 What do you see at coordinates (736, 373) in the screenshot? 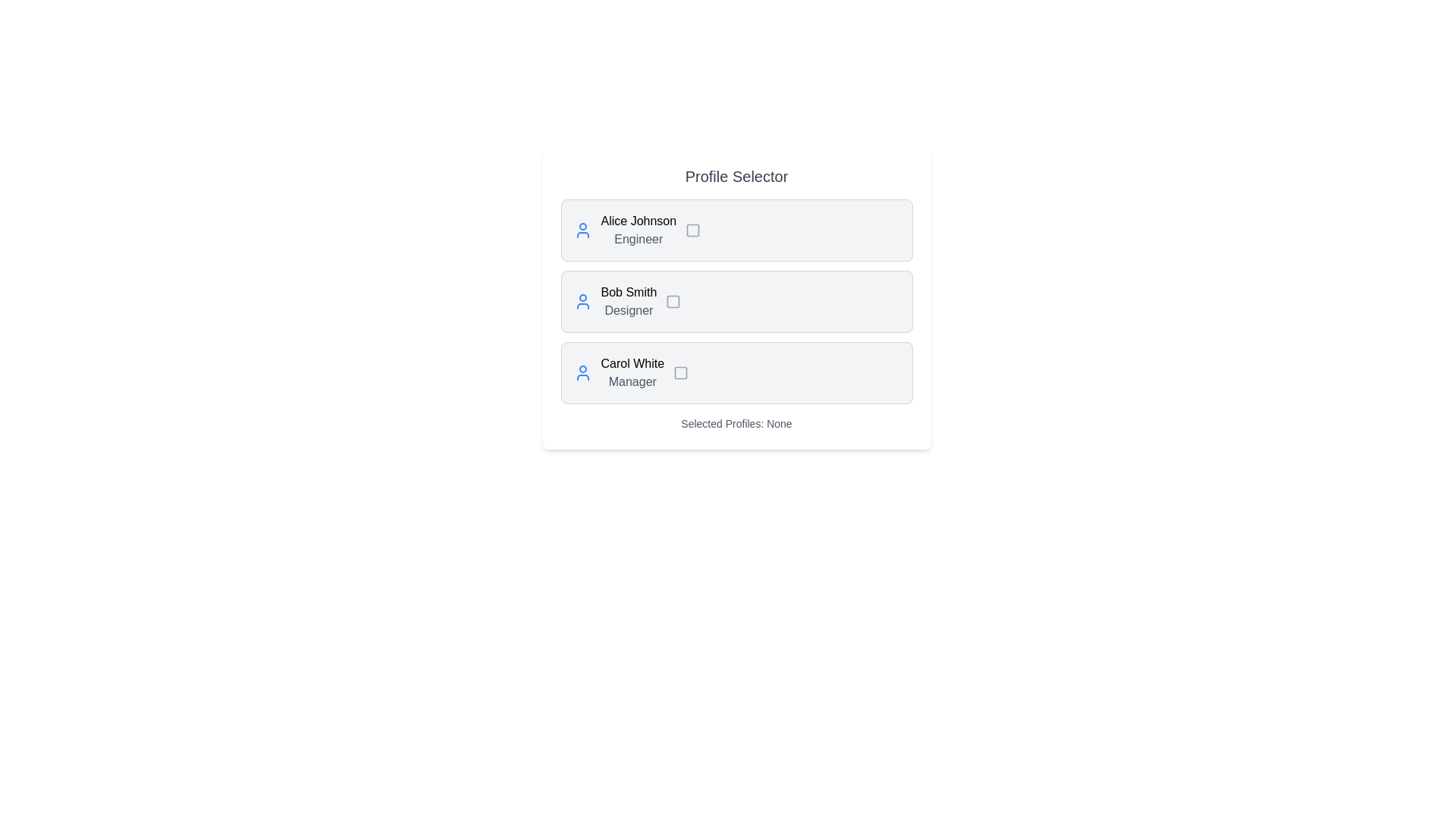
I see `the profile card corresponding to Carol White` at bounding box center [736, 373].